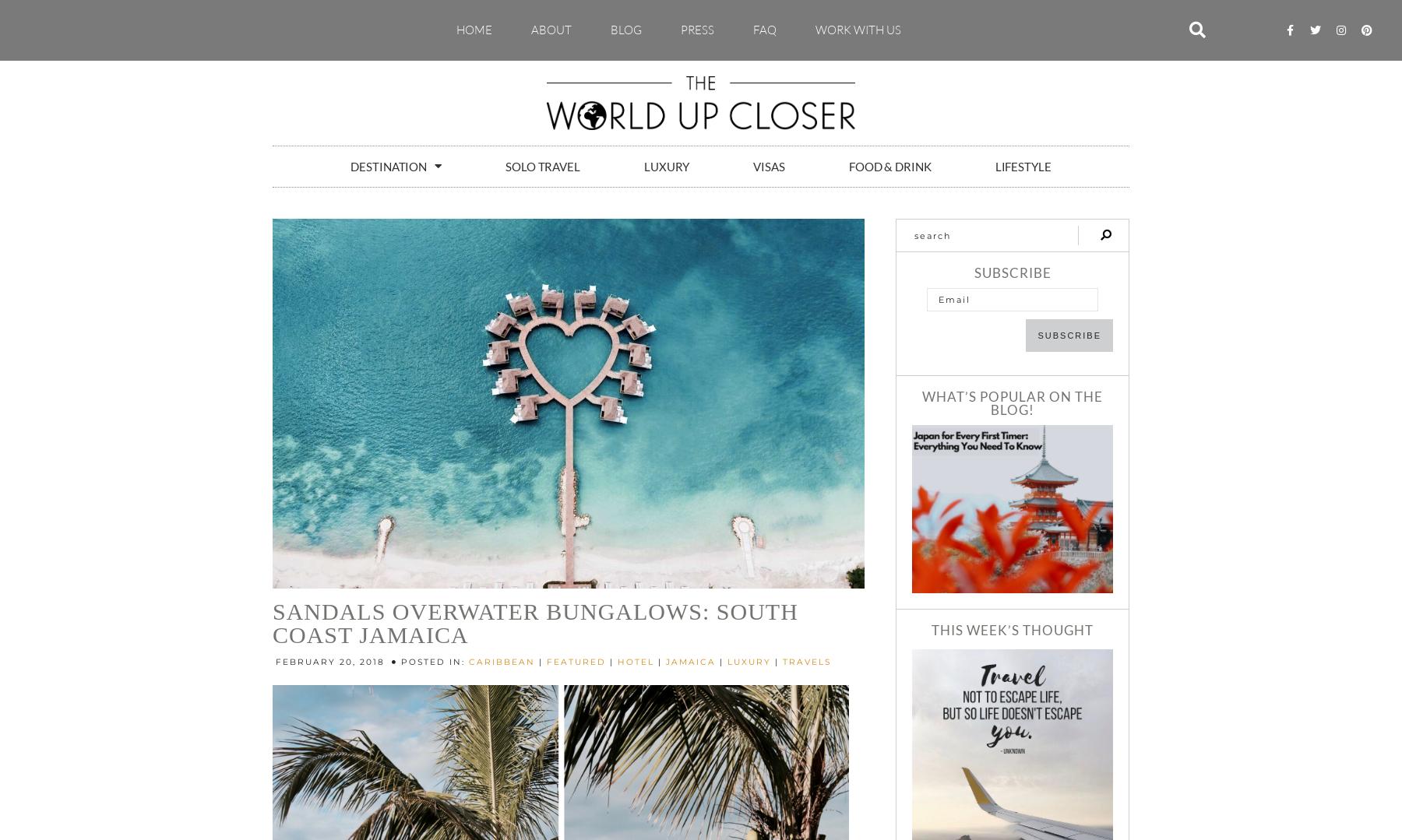 The image size is (1402, 840). Describe the element at coordinates (666, 164) in the screenshot. I see `'Luxury'` at that location.